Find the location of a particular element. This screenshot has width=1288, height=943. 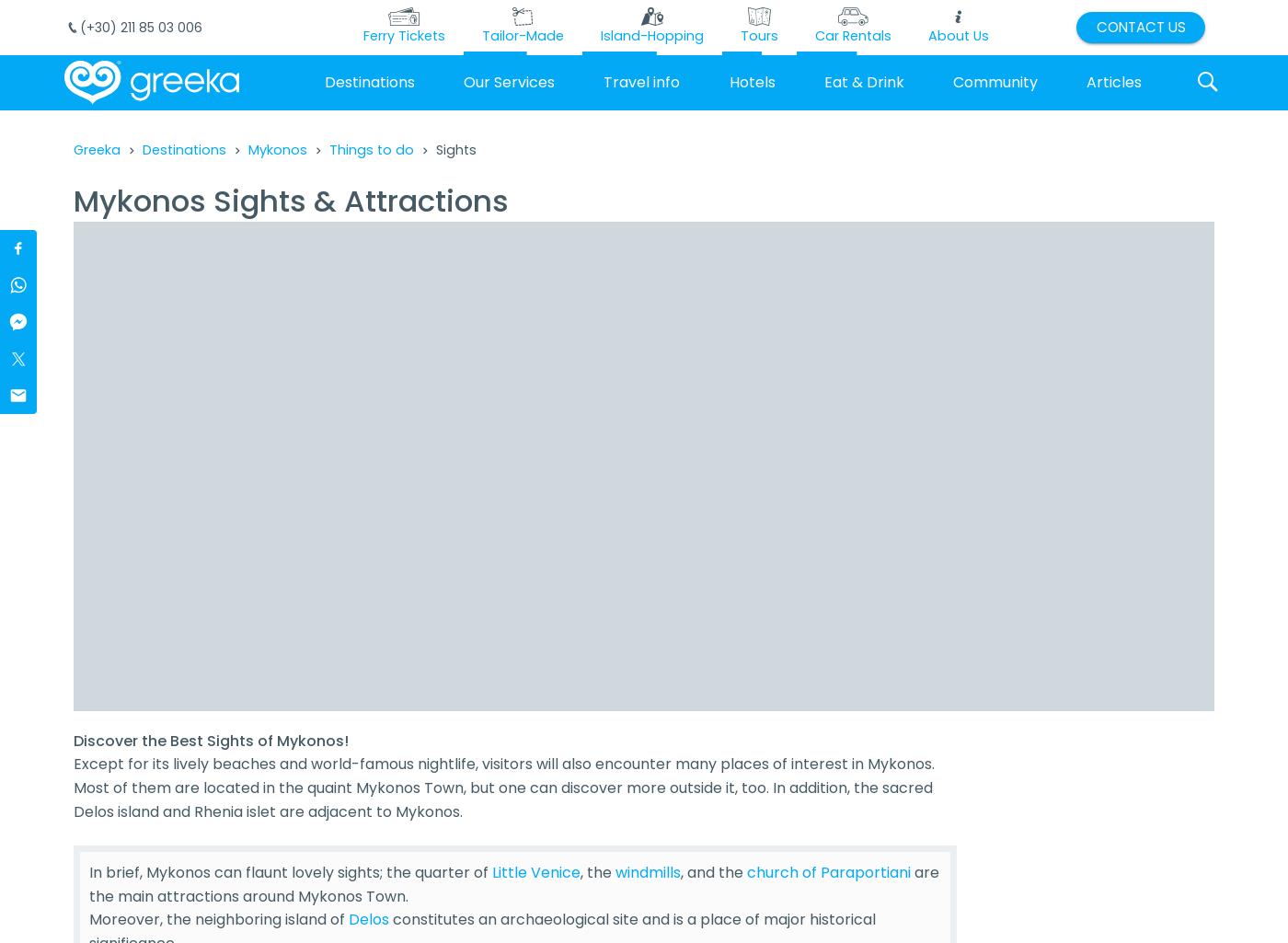

'Greeka' is located at coordinates (73, 148).